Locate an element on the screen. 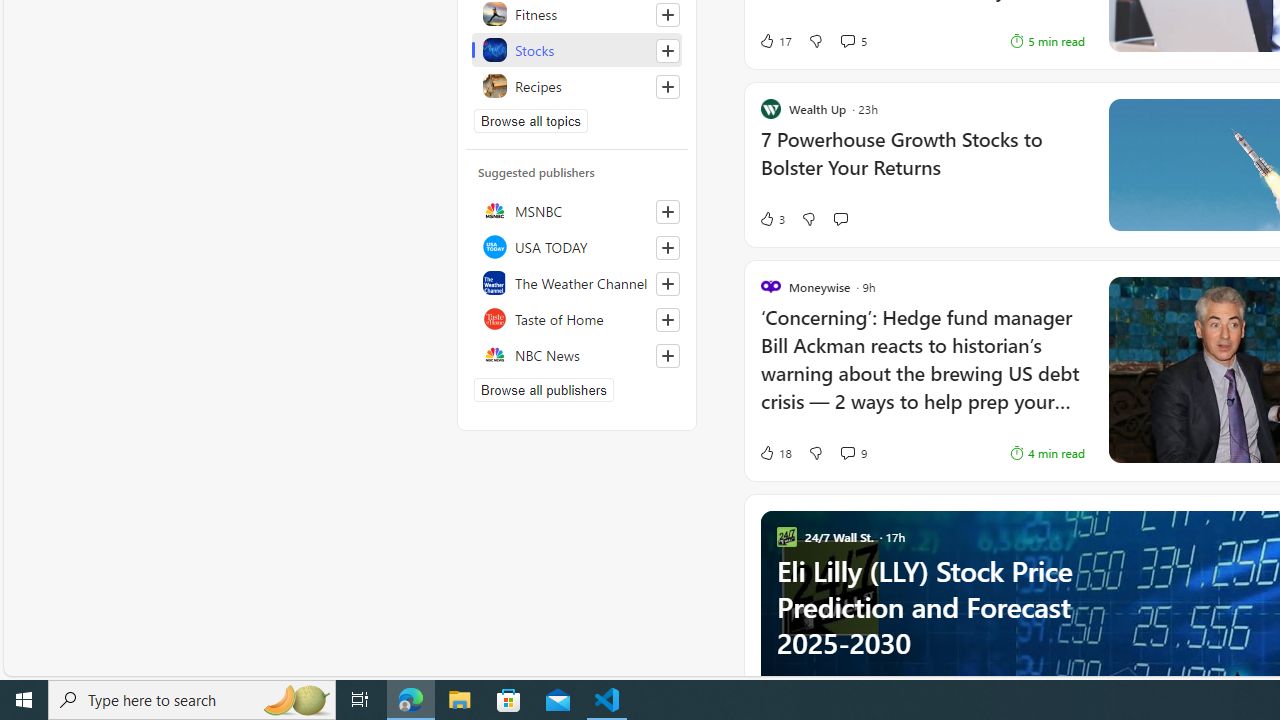  '18 Like' is located at coordinates (774, 452).